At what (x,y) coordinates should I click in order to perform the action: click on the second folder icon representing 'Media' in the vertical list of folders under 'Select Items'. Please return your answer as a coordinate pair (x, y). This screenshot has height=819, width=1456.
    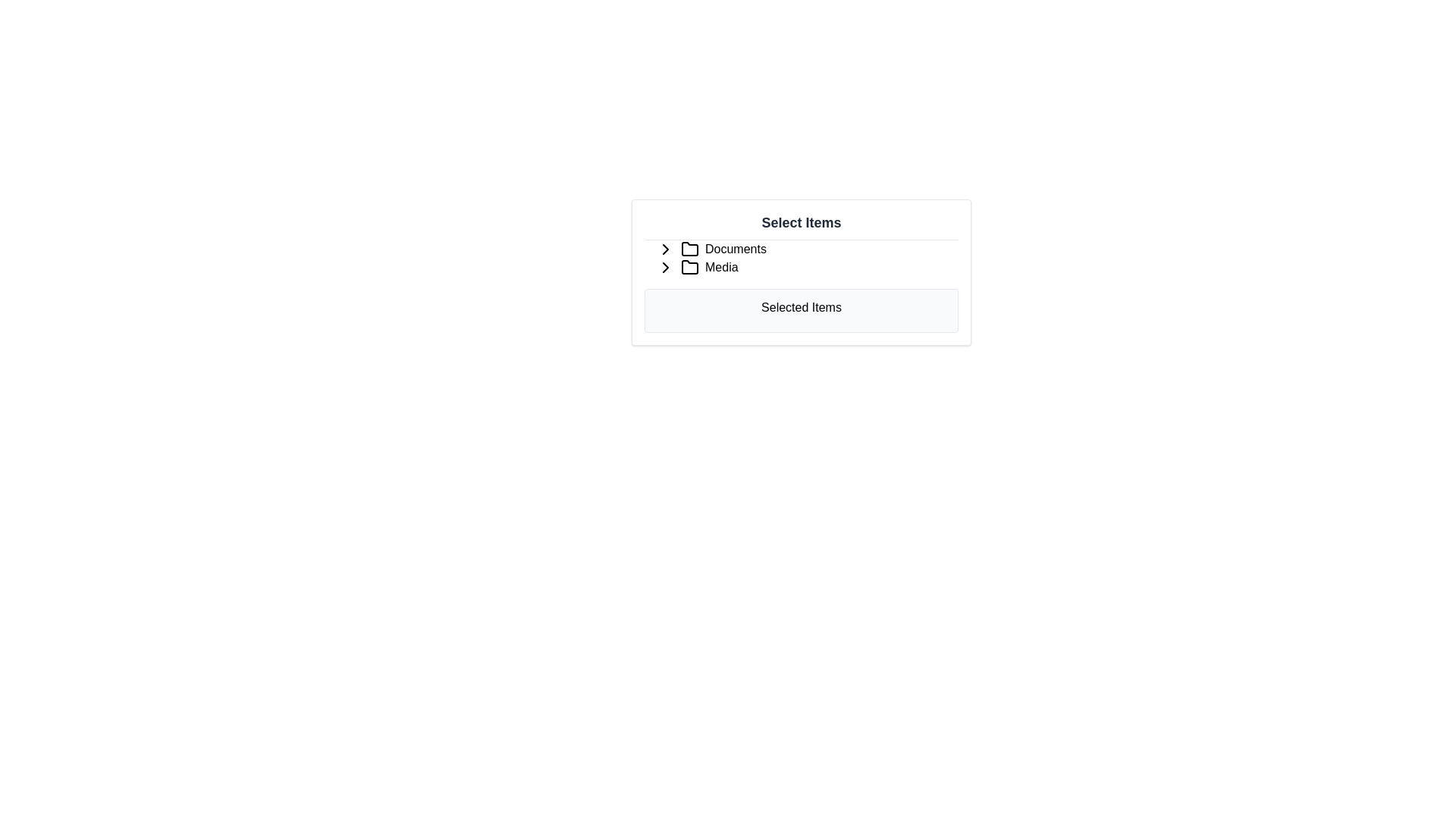
    Looking at the image, I should click on (689, 265).